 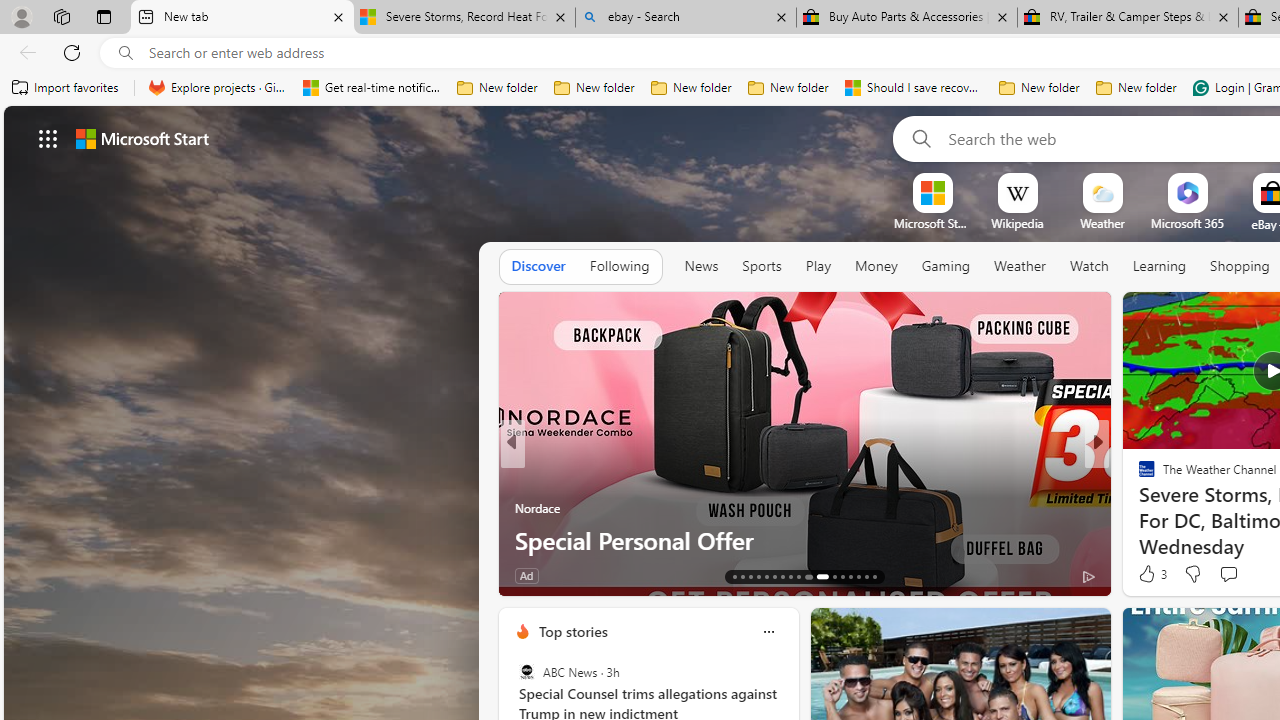 I want to click on 'AutomationID: tab-23', so click(x=820, y=577).